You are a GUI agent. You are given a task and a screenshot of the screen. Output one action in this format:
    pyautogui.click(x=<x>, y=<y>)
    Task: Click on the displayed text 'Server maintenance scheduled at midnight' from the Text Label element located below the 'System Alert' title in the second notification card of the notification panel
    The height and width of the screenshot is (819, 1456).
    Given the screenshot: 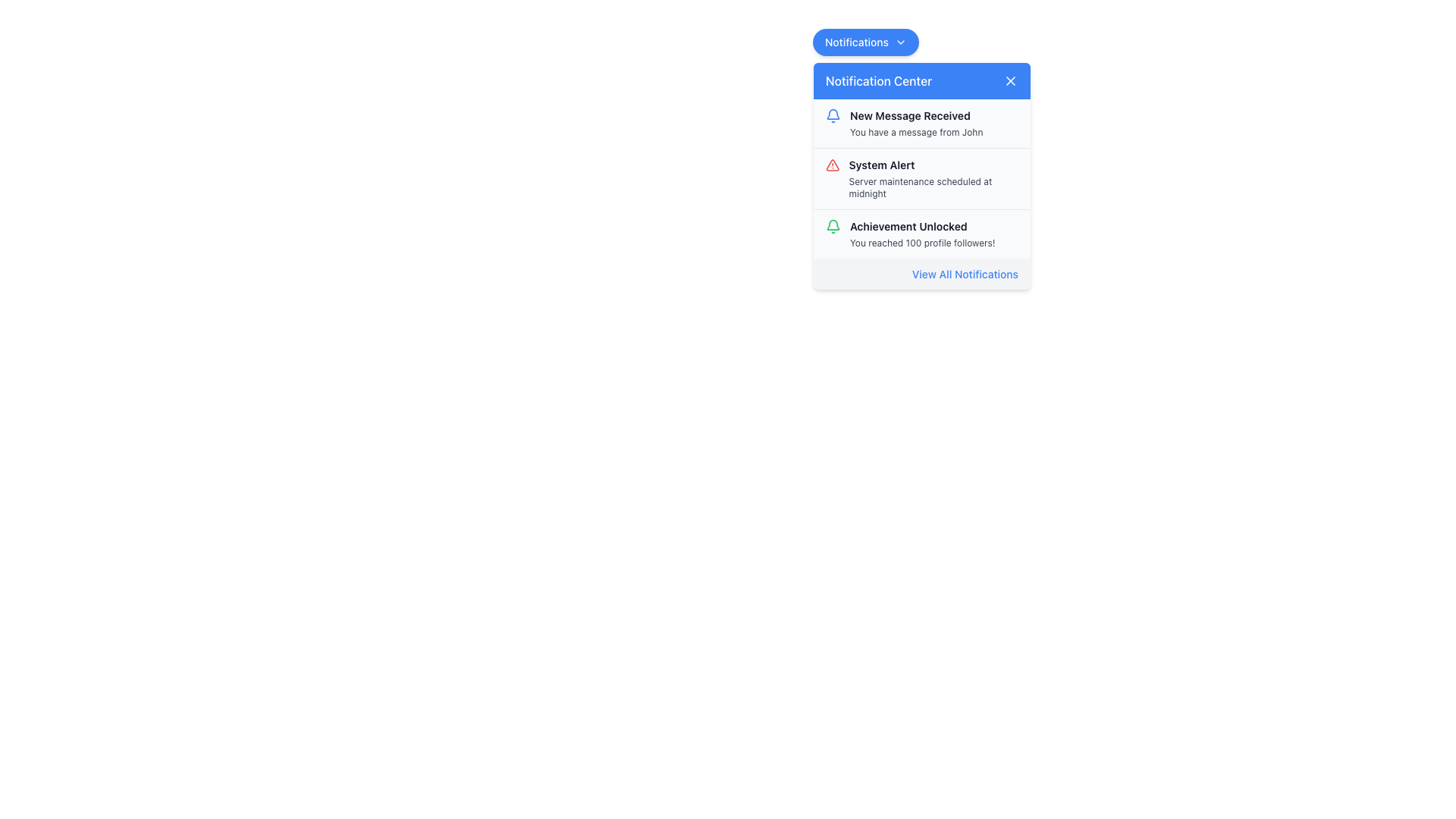 What is the action you would take?
    pyautogui.click(x=933, y=187)
    